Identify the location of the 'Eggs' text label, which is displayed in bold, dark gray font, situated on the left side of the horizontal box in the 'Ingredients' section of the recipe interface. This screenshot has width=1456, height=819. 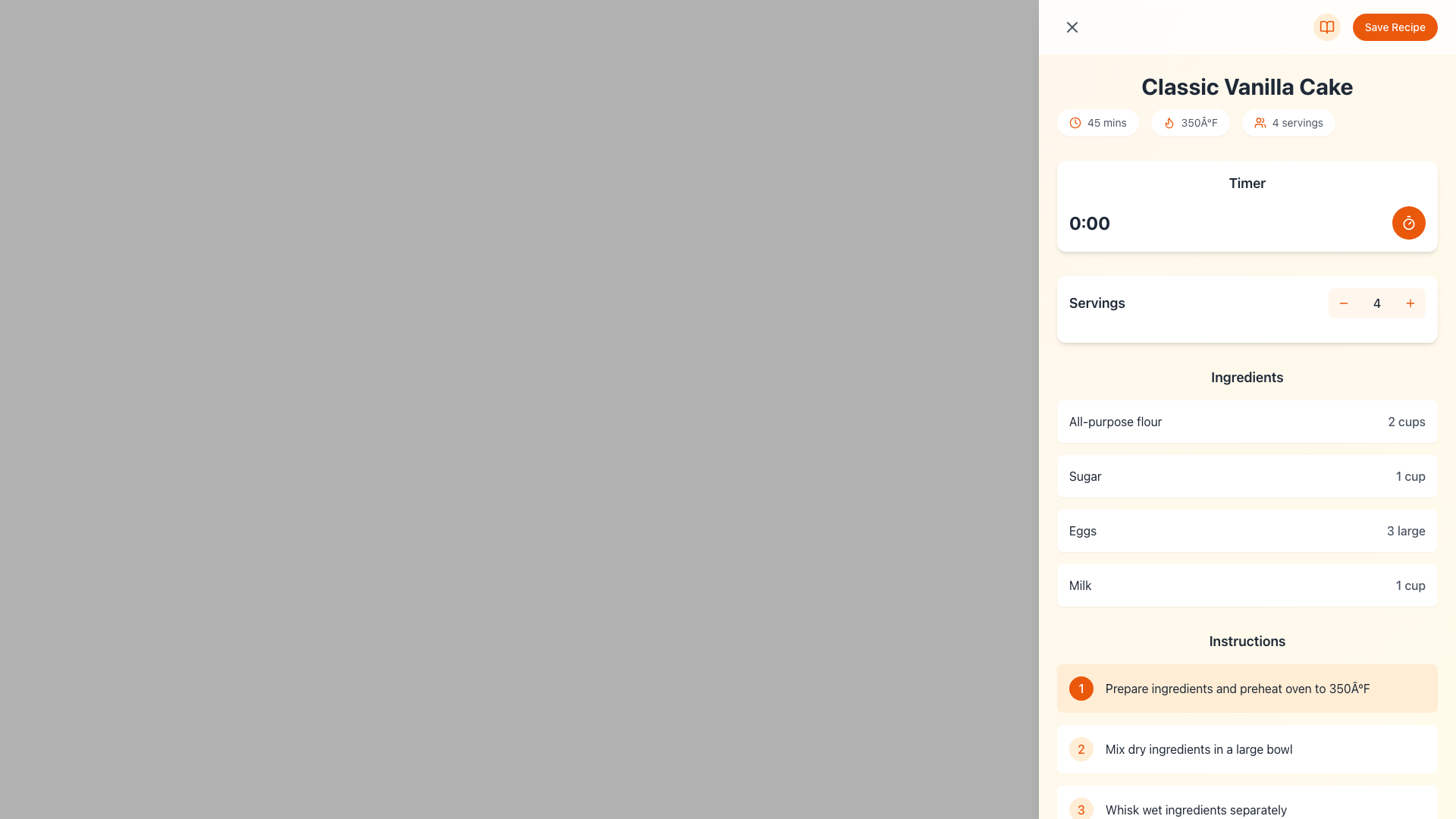
(1082, 529).